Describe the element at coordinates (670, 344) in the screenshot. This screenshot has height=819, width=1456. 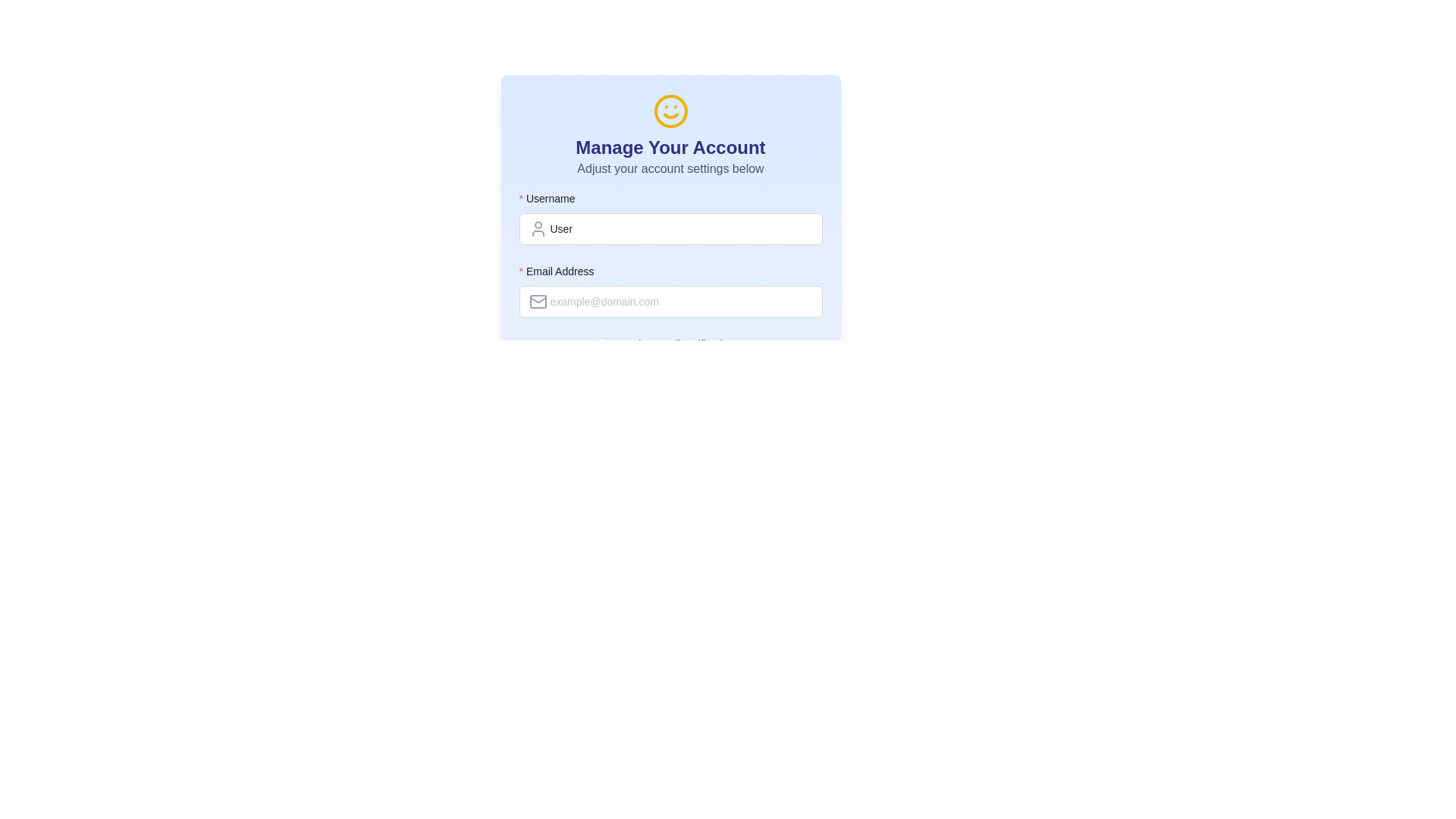
I see `the checkbox located below the 'Email Address' input field and above the 'Save Changes' button in the 'Manage Your Account' section` at that location.